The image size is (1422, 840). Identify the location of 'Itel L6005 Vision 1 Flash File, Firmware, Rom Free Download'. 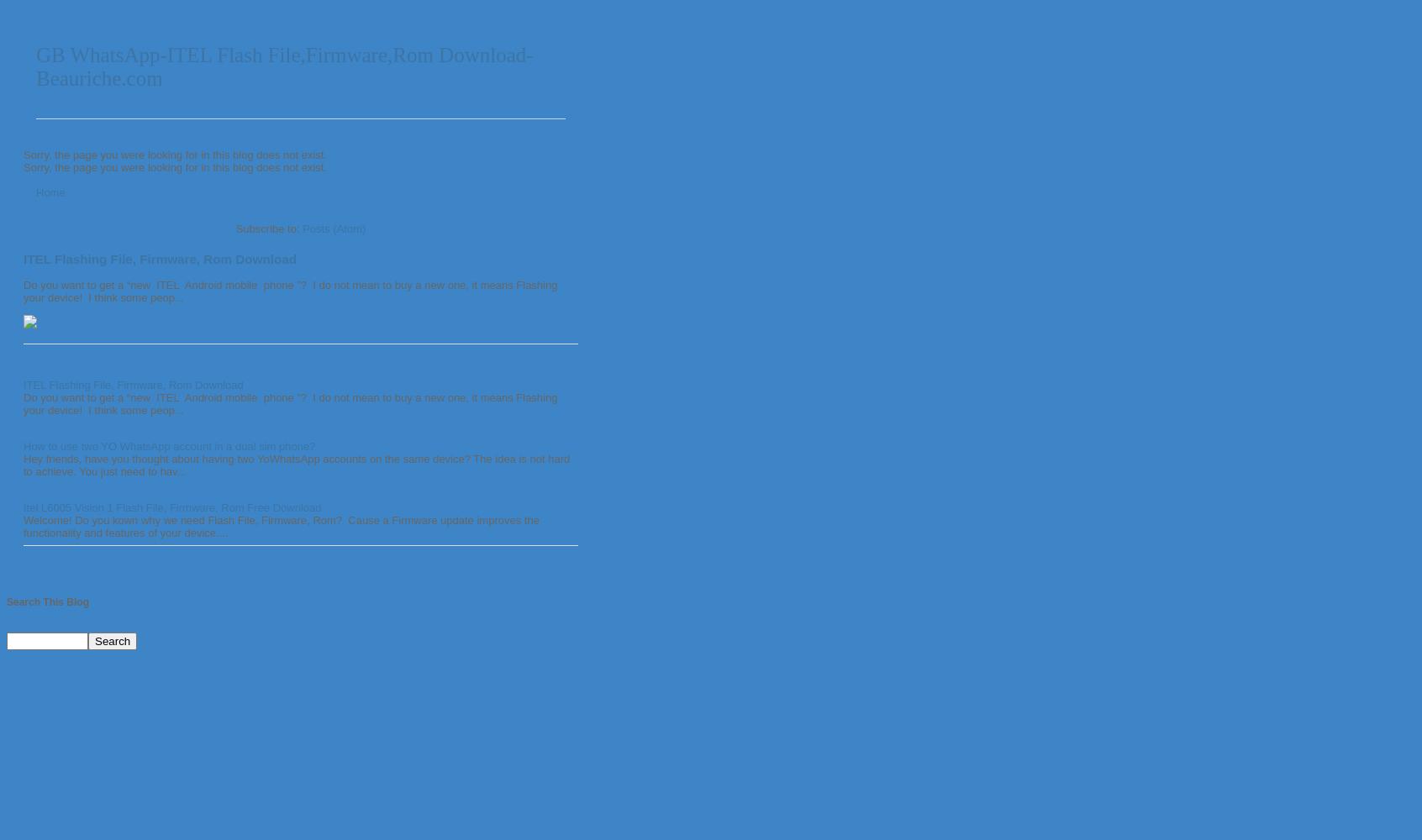
(171, 507).